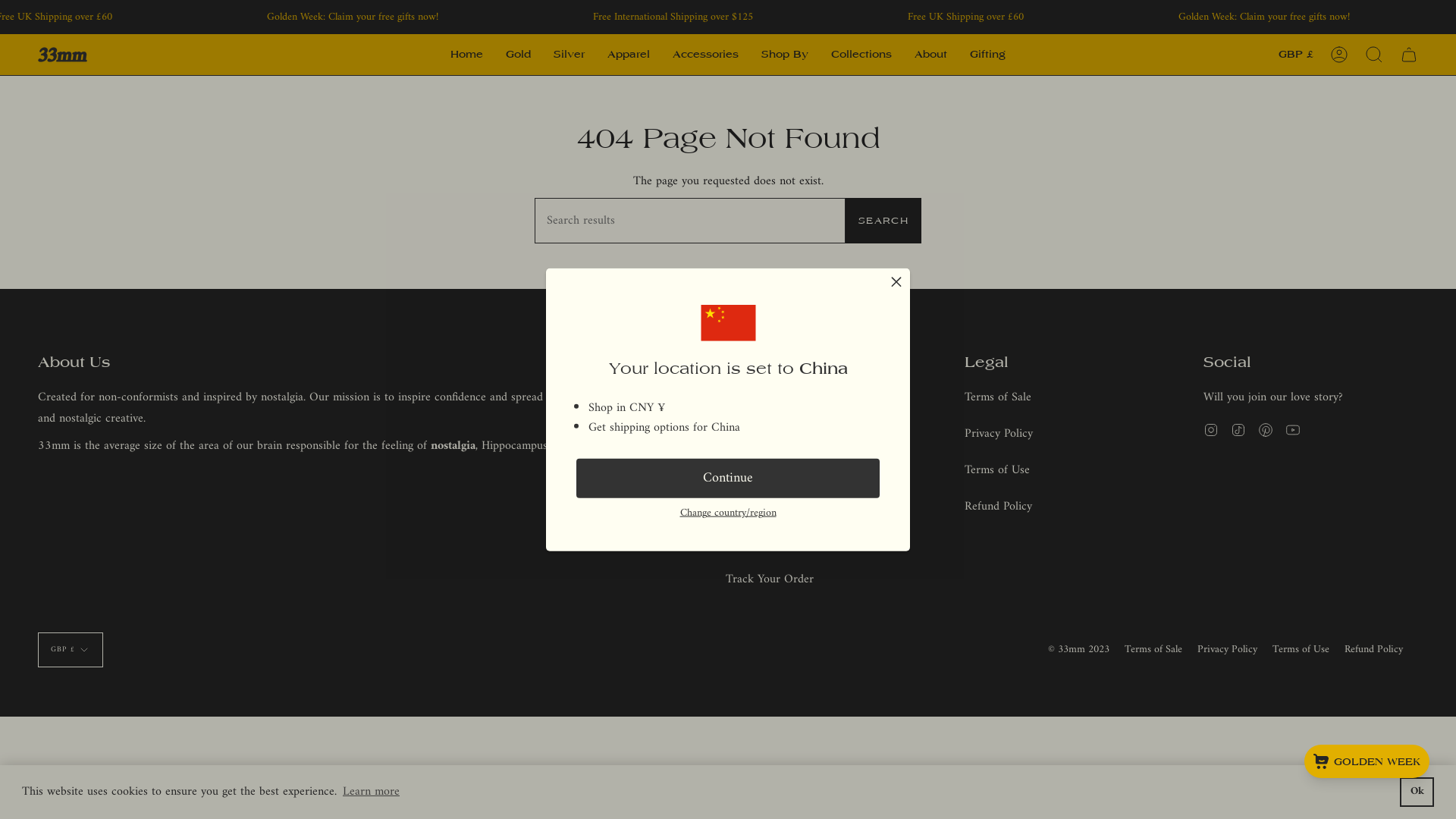  What do you see at coordinates (629, 54) in the screenshot?
I see `'Apparel'` at bounding box center [629, 54].